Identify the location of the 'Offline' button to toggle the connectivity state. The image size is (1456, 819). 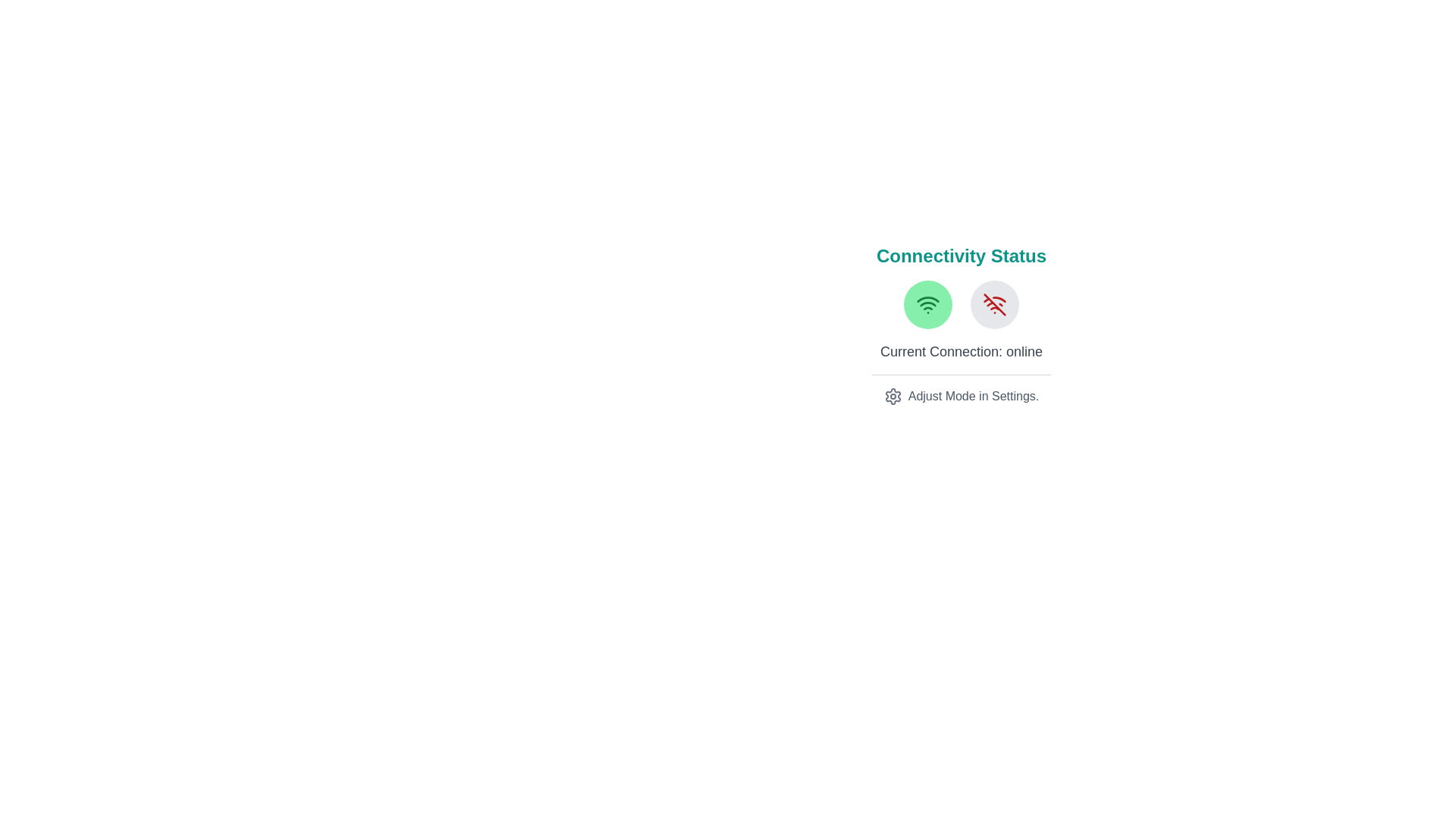
(994, 304).